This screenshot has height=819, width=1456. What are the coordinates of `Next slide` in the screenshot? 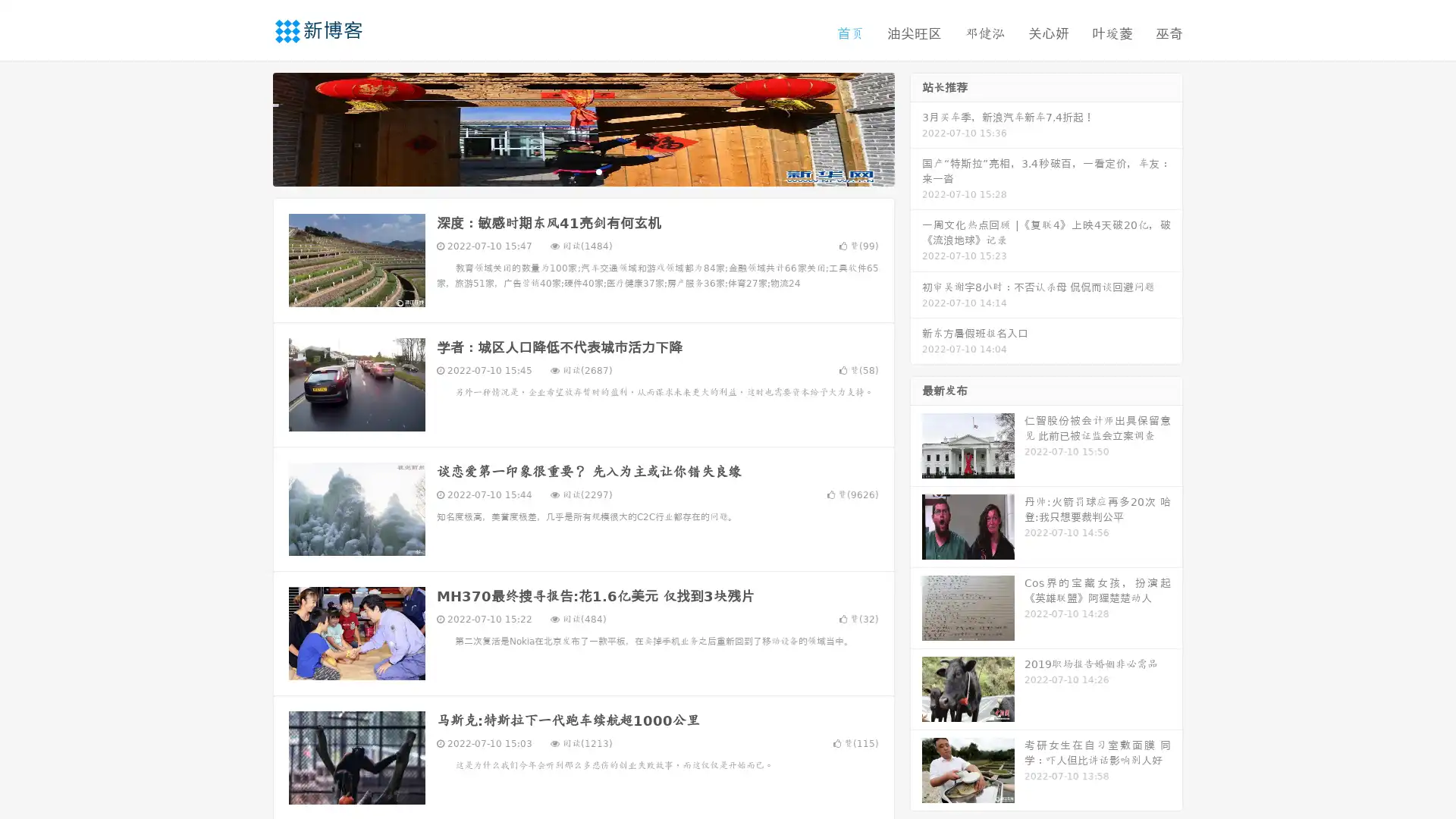 It's located at (916, 127).